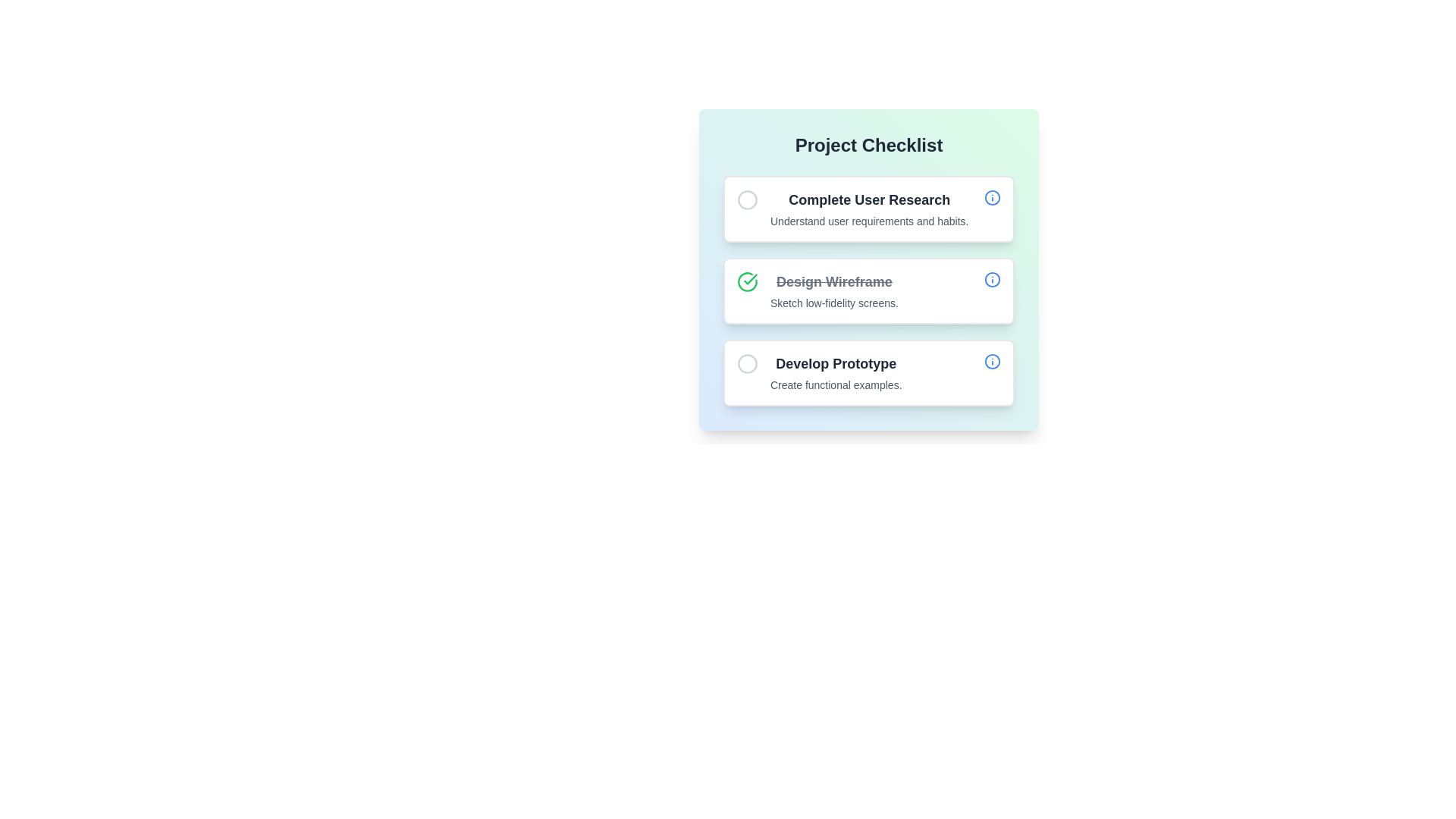 Image resolution: width=1456 pixels, height=819 pixels. Describe the element at coordinates (869, 291) in the screenshot. I see `the completed task element in the project checklist titled 'Project Checklist', which indicates the 'Design Wireframe' task and is visually struck through` at that location.